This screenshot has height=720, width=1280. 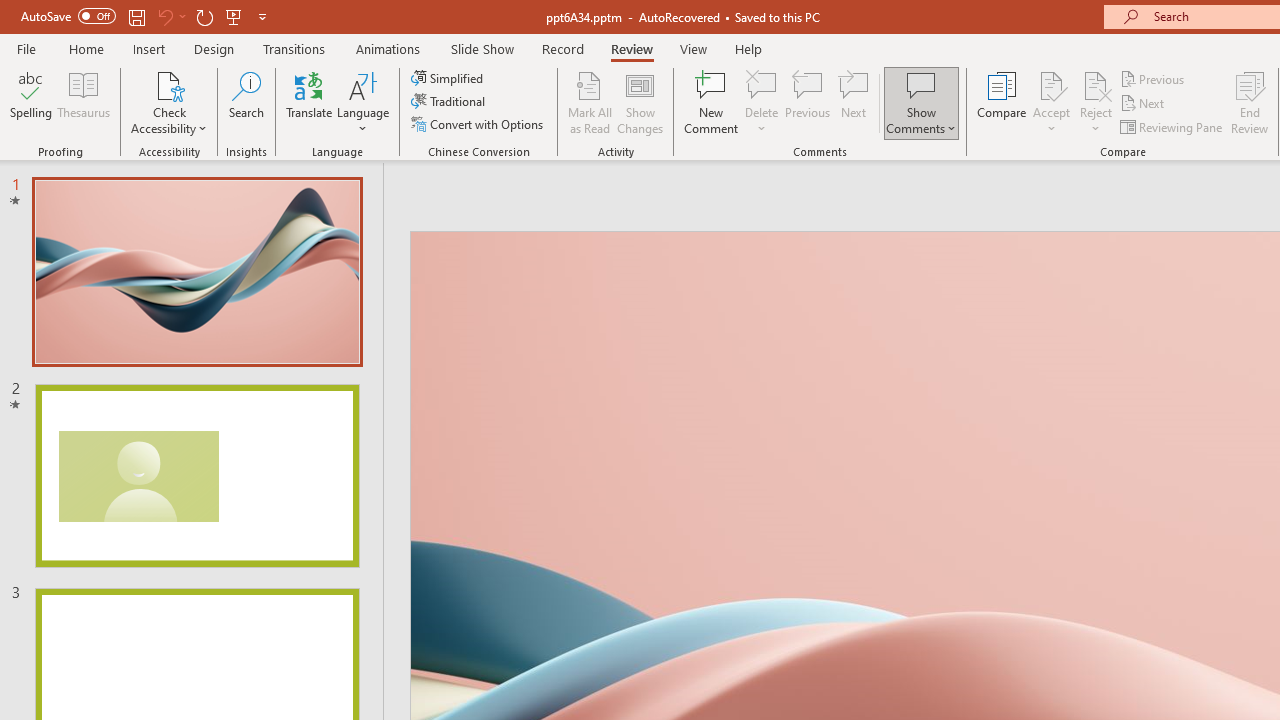 What do you see at coordinates (1050, 103) in the screenshot?
I see `'Accept'` at bounding box center [1050, 103].